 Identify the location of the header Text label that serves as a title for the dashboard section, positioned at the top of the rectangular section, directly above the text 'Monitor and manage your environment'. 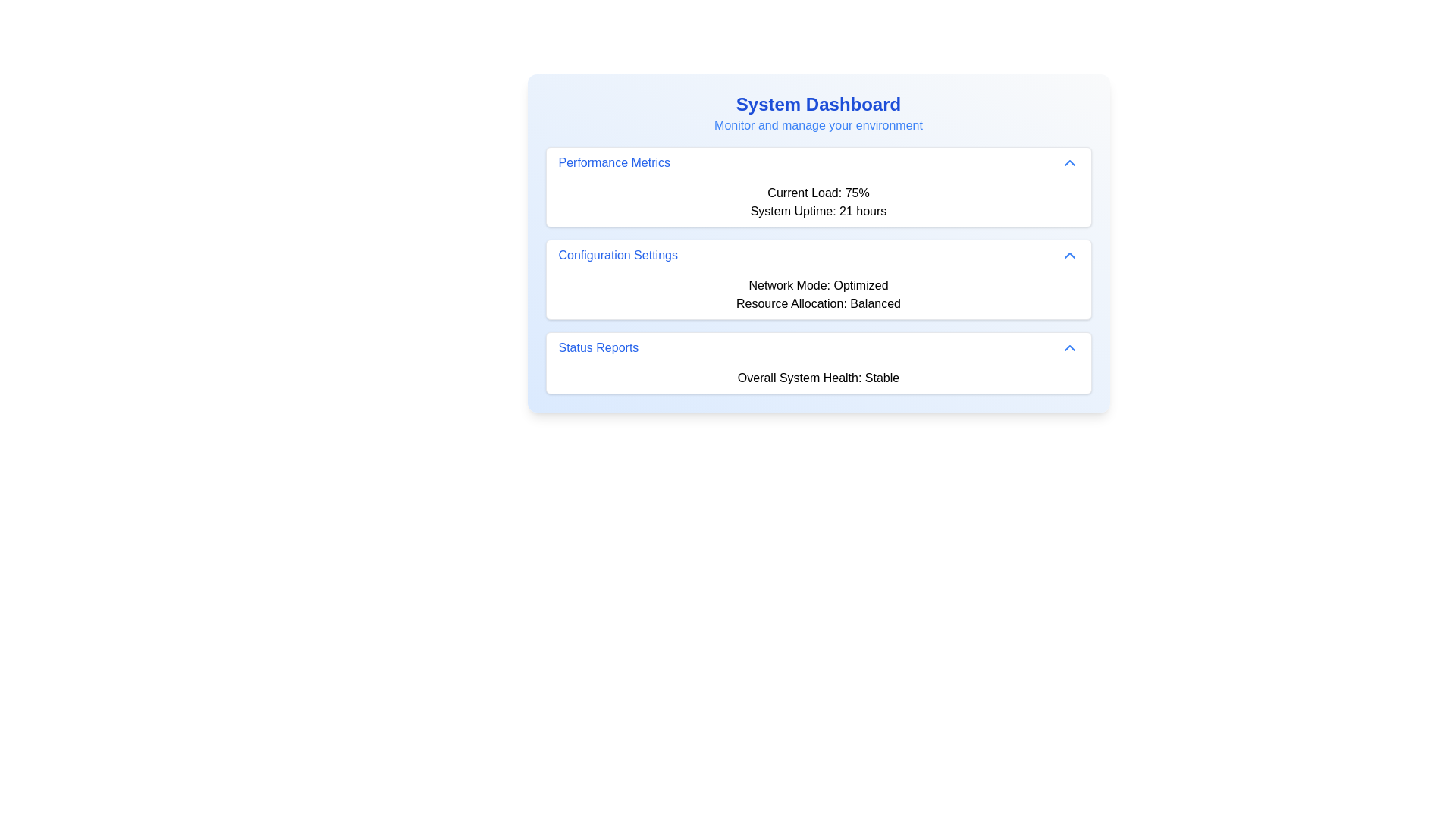
(817, 104).